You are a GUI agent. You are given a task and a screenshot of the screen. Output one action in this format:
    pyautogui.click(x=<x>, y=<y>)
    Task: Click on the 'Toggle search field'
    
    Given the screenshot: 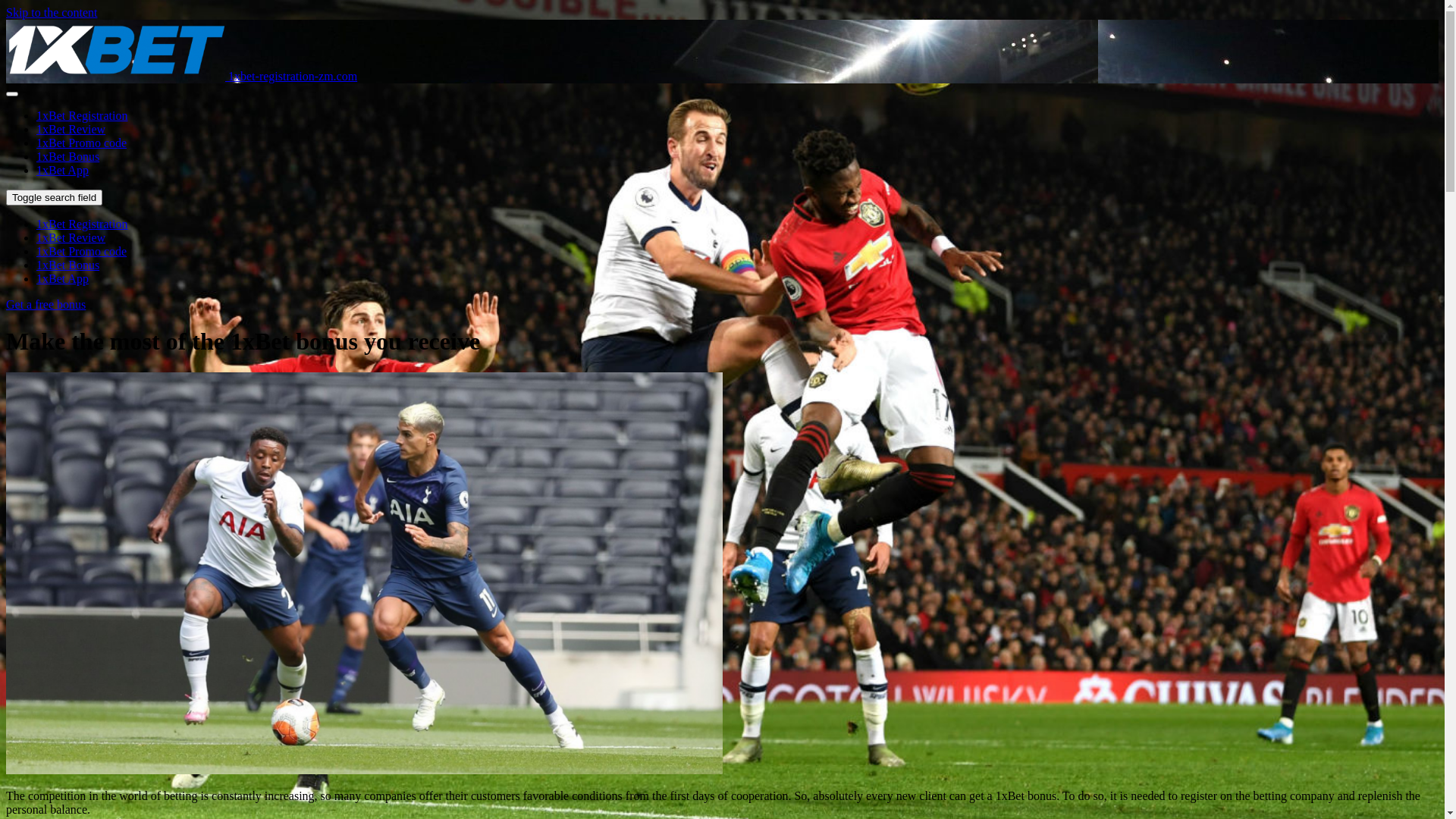 What is the action you would take?
    pyautogui.click(x=54, y=196)
    